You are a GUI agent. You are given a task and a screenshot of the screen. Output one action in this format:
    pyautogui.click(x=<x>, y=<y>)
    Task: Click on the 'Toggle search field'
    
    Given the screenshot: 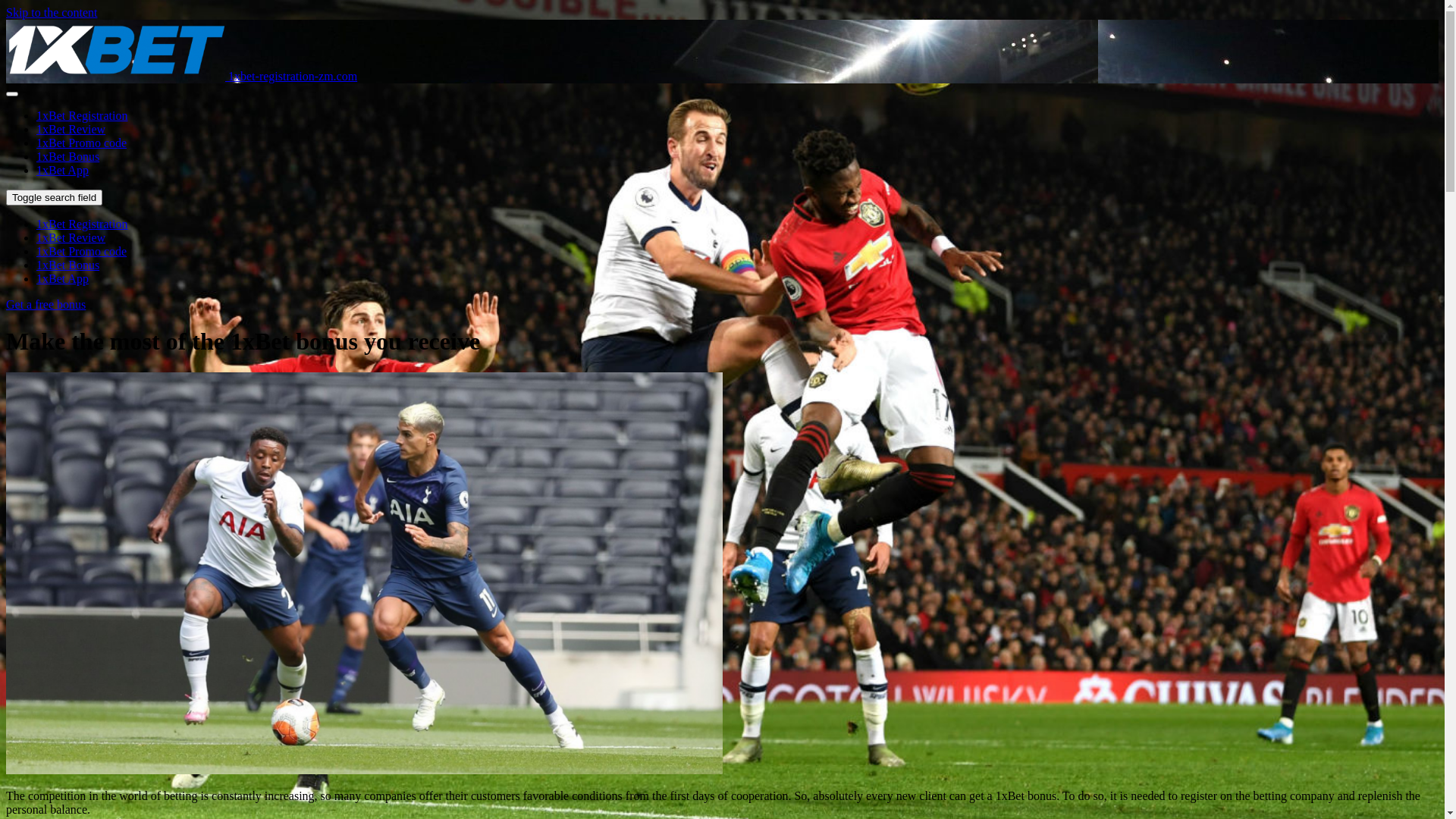 What is the action you would take?
    pyautogui.click(x=54, y=196)
    